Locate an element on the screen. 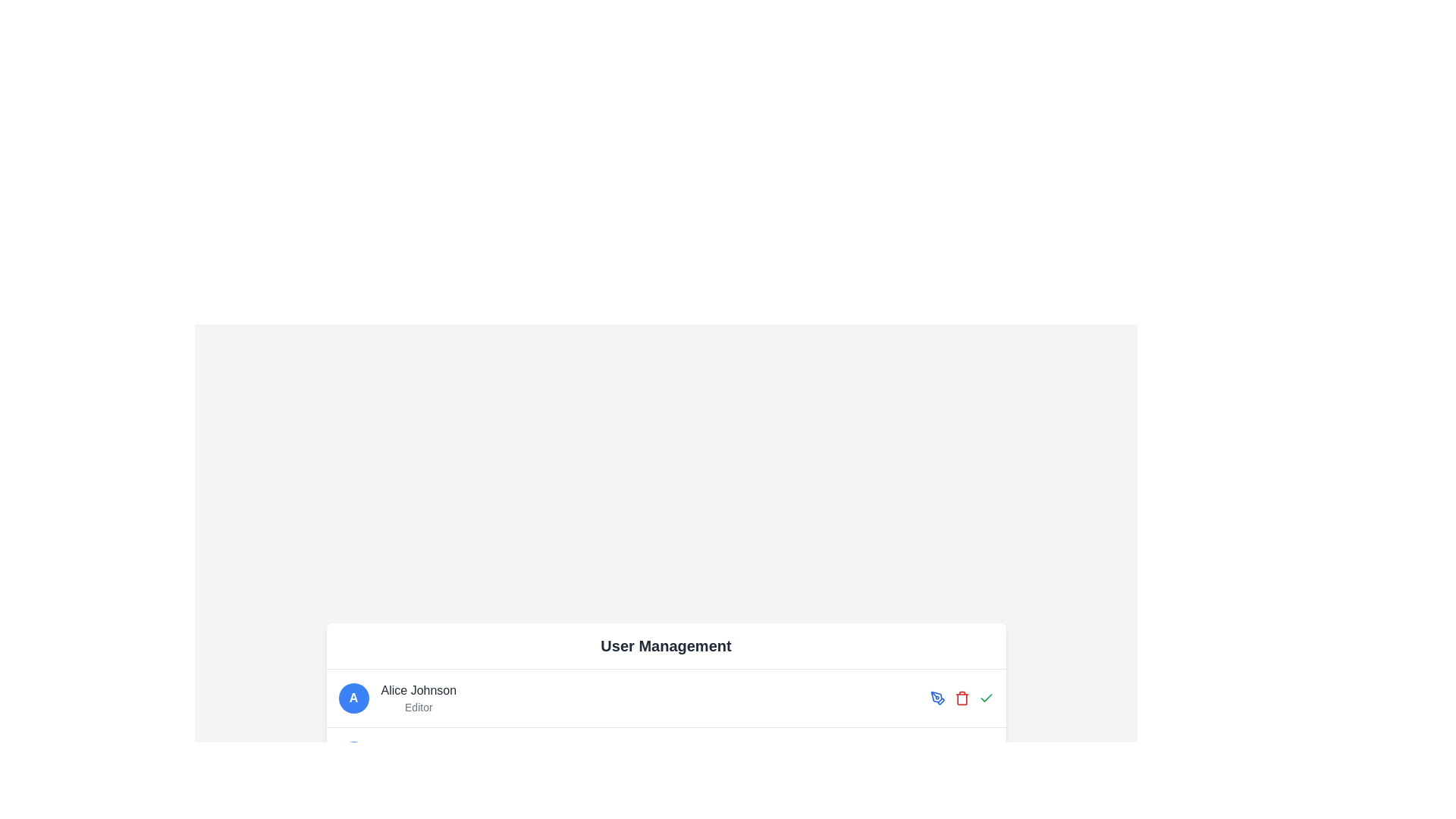 Image resolution: width=1456 pixels, height=819 pixels. the text label displaying 'Editor' which is styled in a small, light gray font, located below the name 'Alice Johnson' and beside a circular avatar with an 'A' is located at coordinates (419, 708).